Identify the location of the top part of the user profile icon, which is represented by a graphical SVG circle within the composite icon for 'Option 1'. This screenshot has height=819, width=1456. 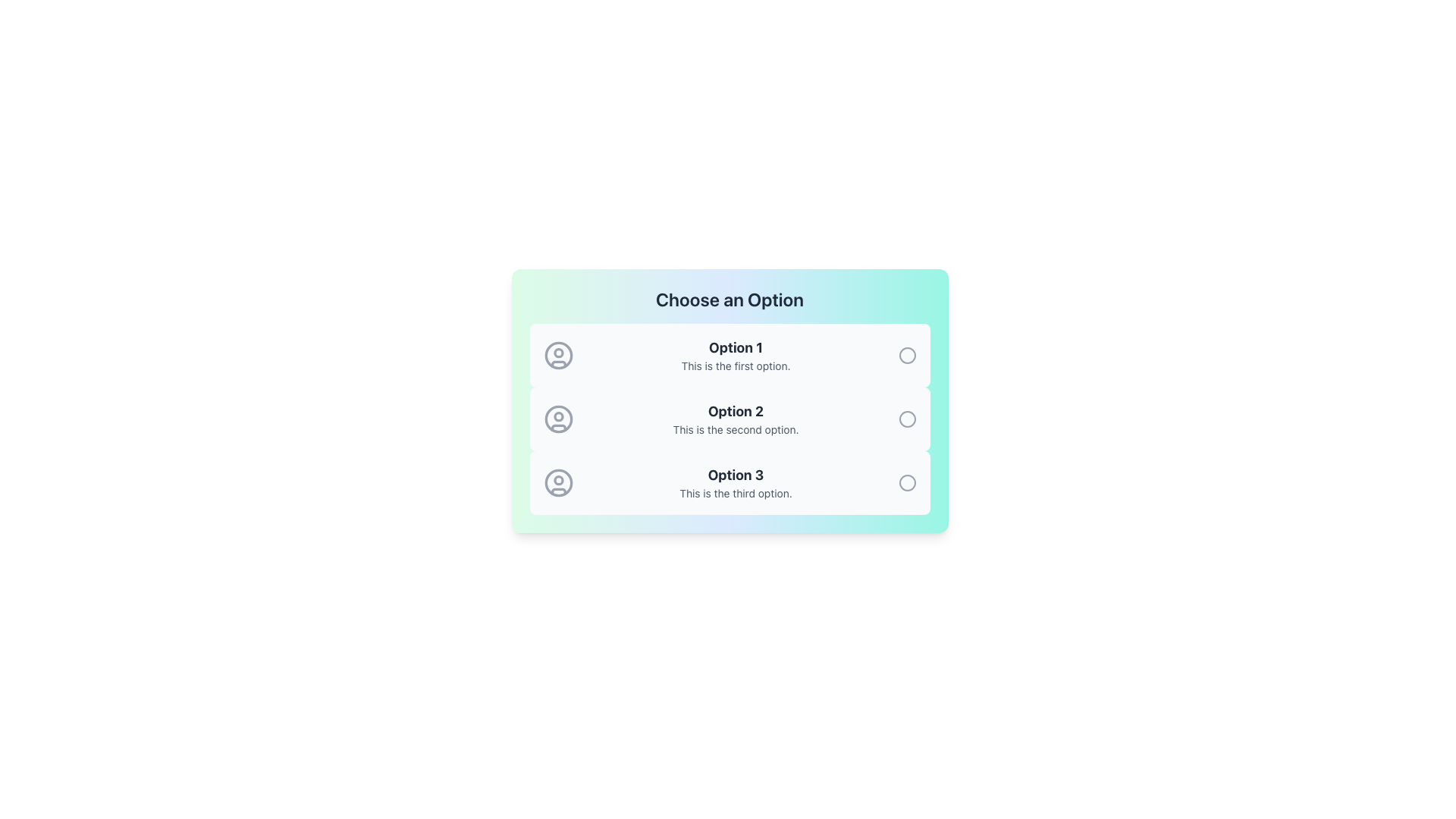
(557, 353).